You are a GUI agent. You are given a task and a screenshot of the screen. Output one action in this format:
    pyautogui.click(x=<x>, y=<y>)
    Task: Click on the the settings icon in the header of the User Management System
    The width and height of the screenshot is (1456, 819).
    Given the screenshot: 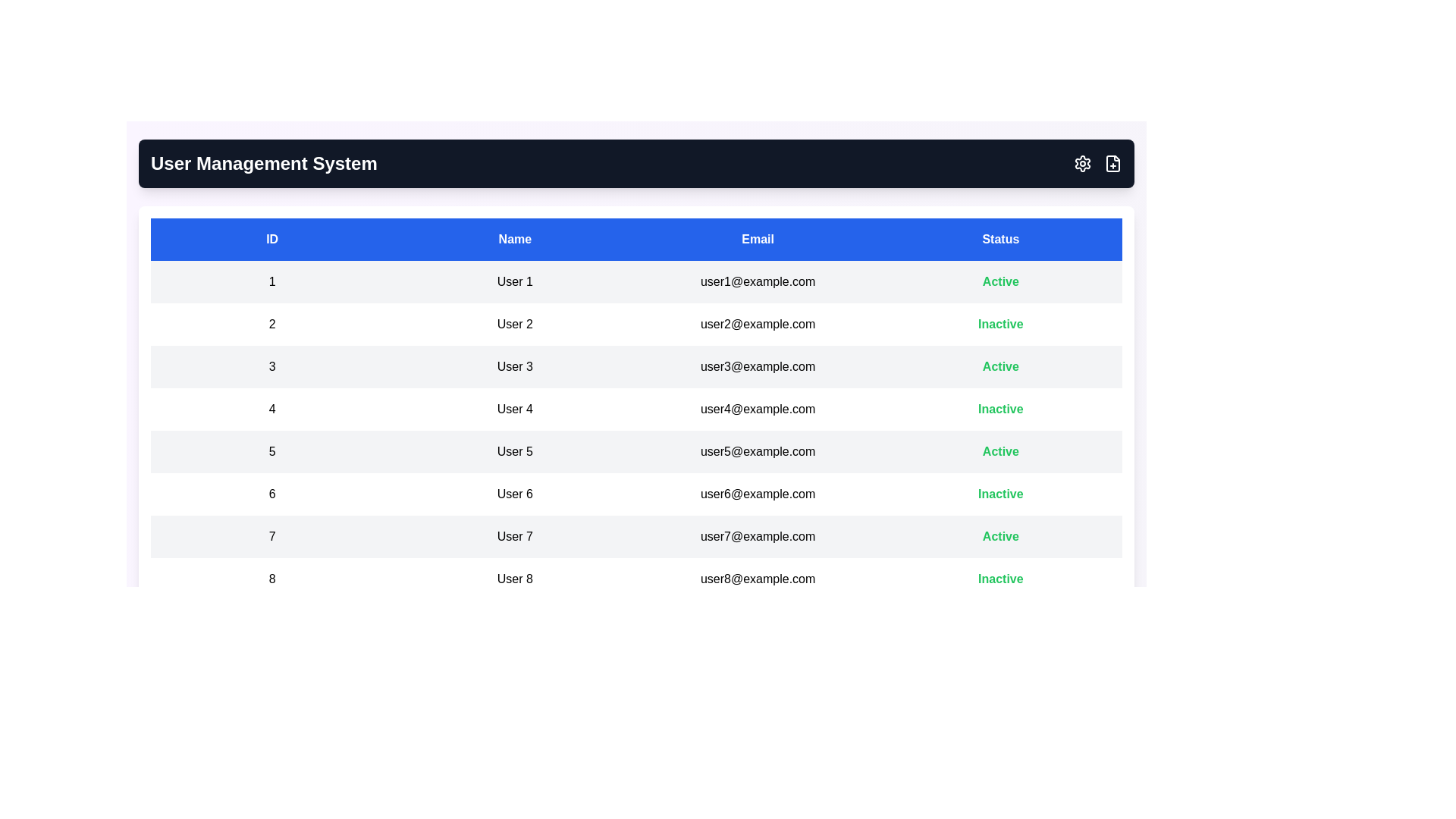 What is the action you would take?
    pyautogui.click(x=1082, y=164)
    